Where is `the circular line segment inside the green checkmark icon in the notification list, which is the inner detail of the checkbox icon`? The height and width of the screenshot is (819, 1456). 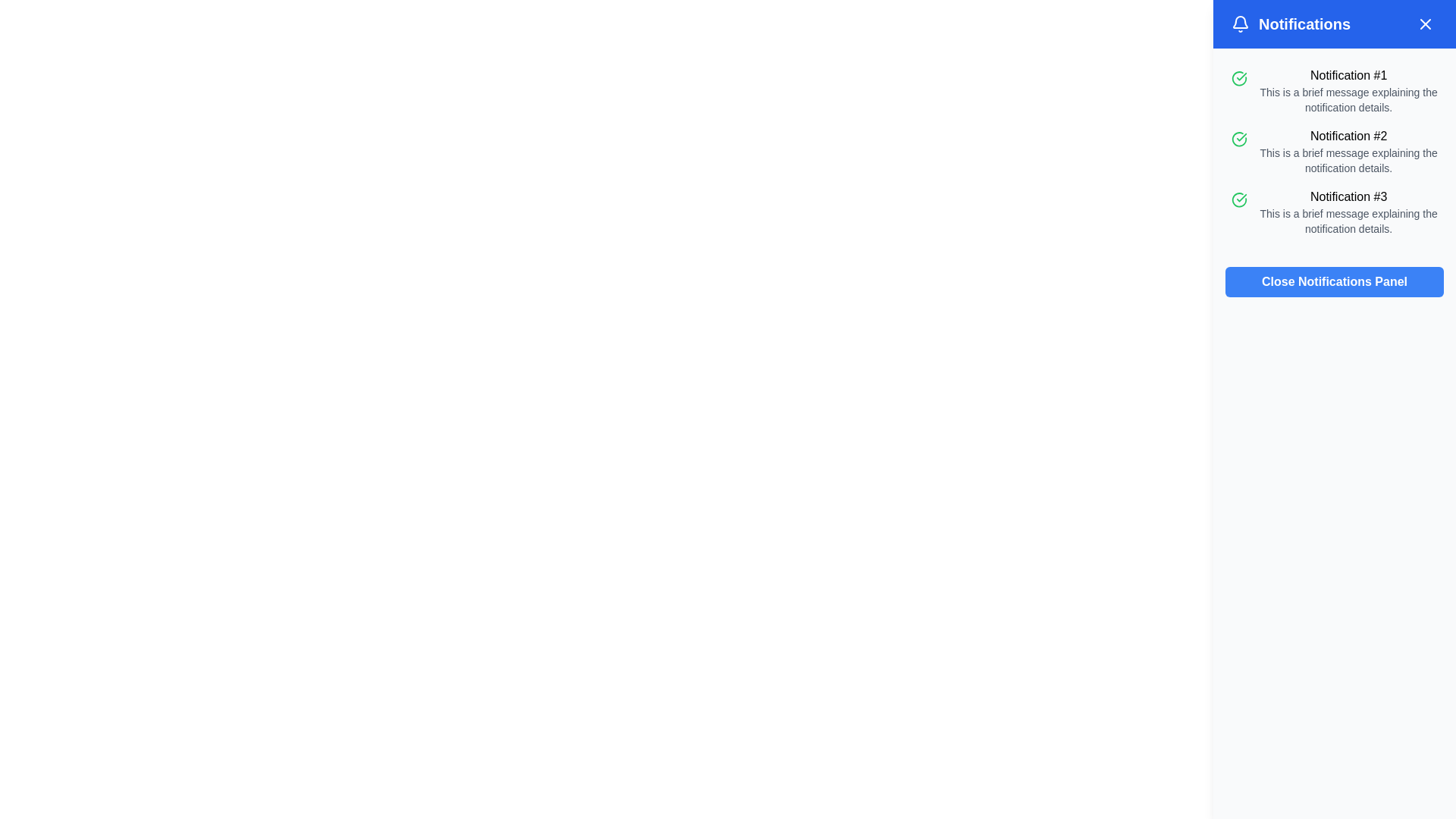
the circular line segment inside the green checkmark icon in the notification list, which is the inner detail of the checkbox icon is located at coordinates (1239, 79).